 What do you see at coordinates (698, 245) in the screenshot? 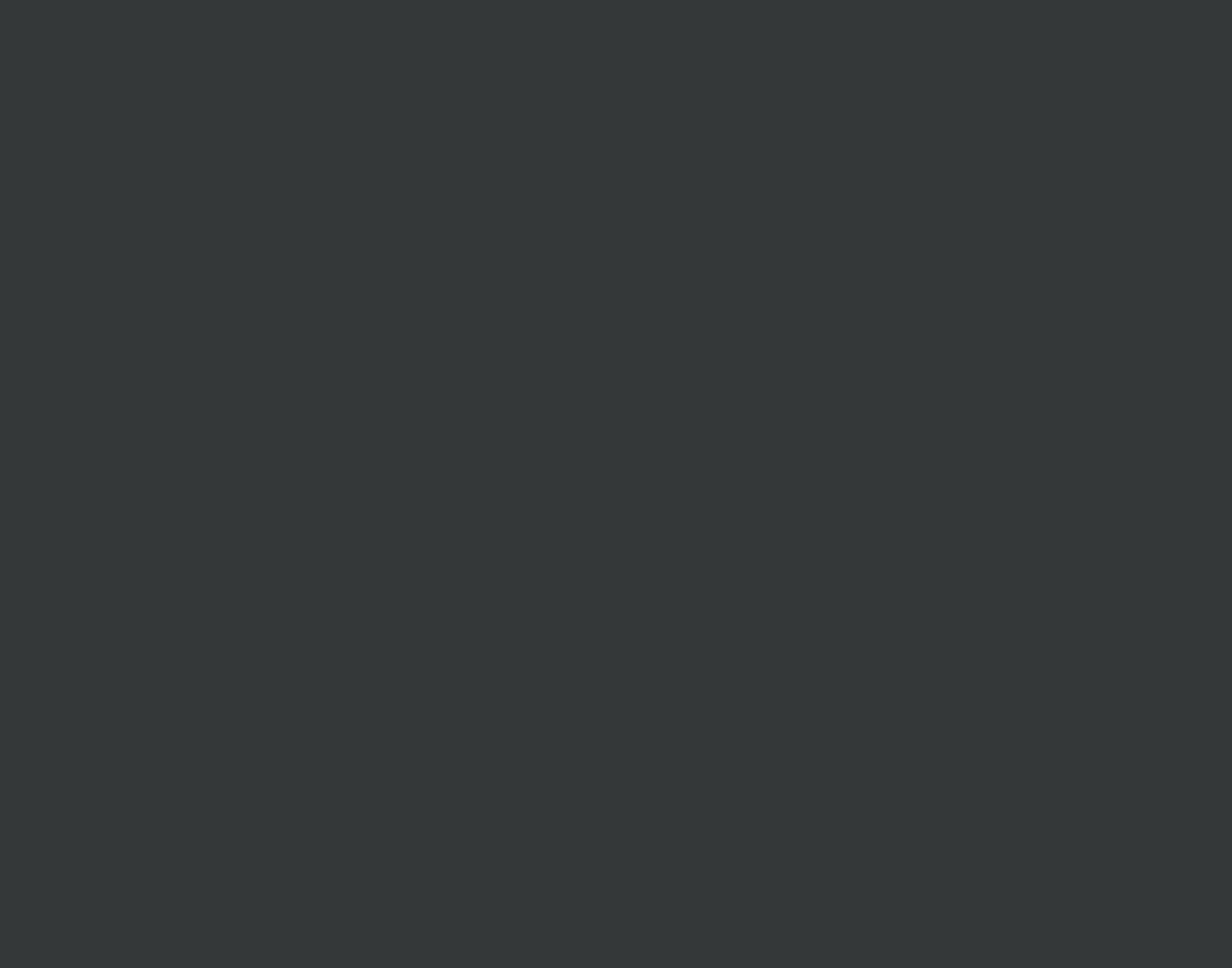
I see `'What else would help me match you with a book?'` at bounding box center [698, 245].